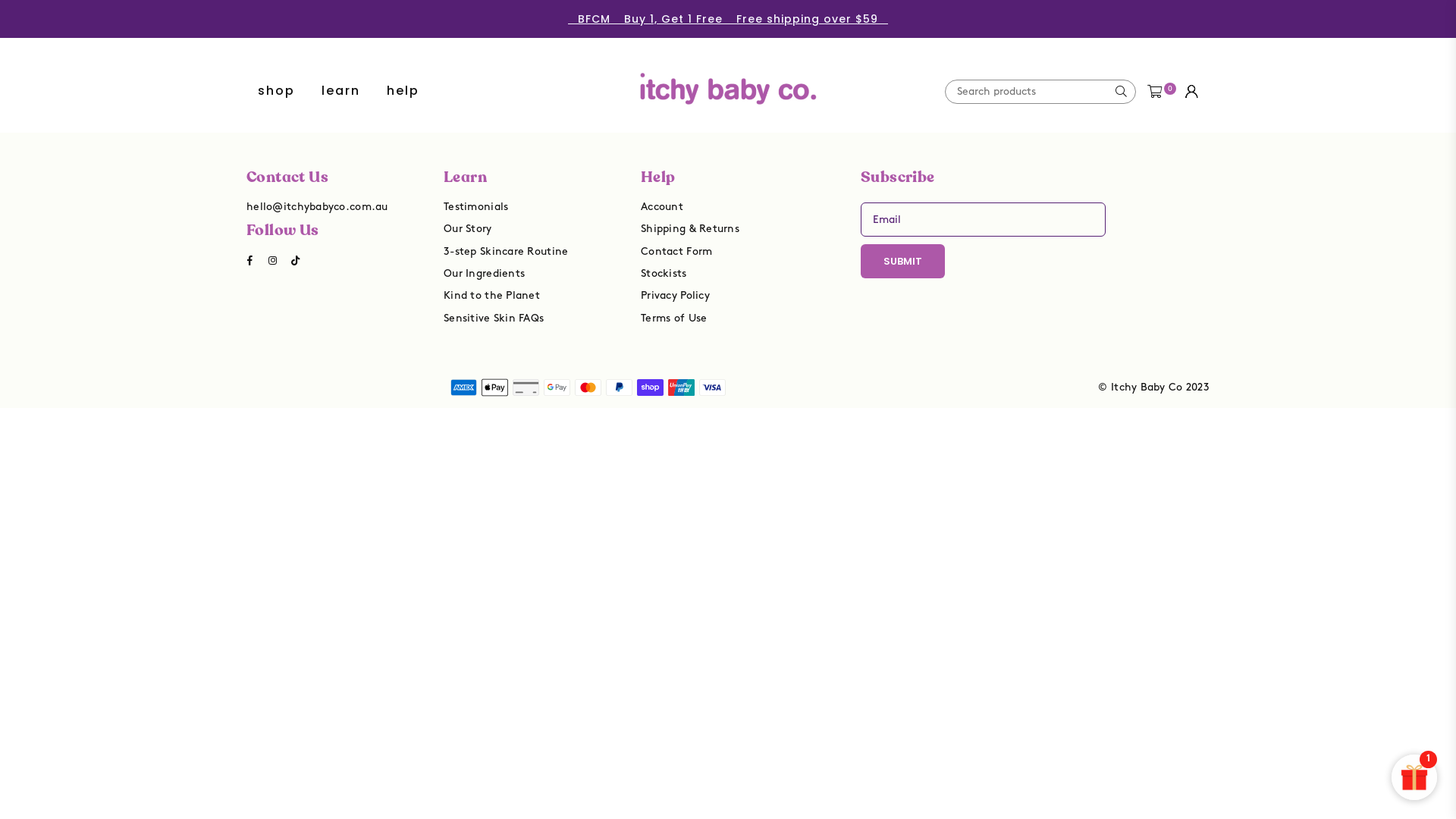 Image resolution: width=1456 pixels, height=819 pixels. I want to click on 'hello@itchybabyco.com.au', so click(316, 206).